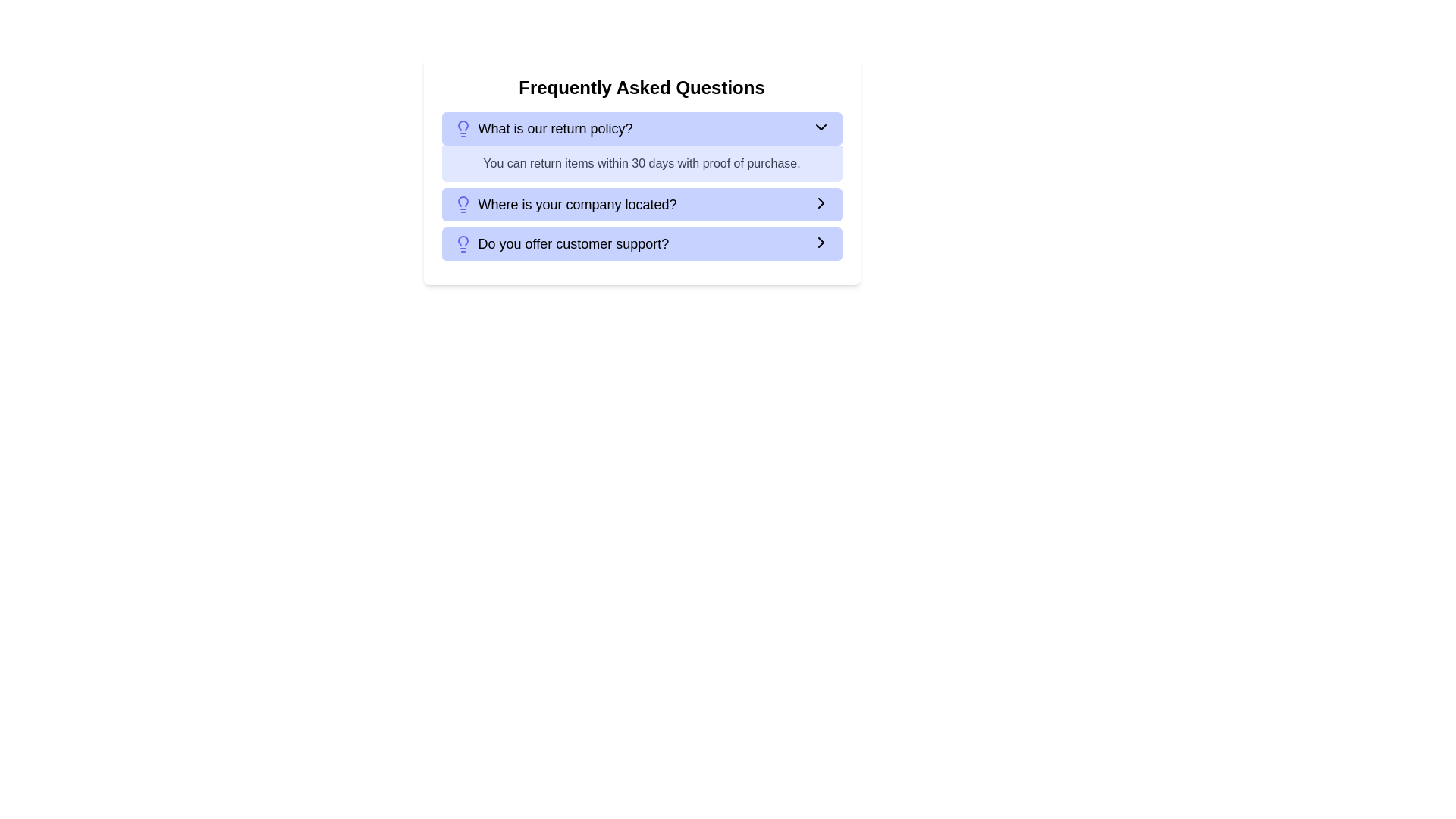  What do you see at coordinates (642, 164) in the screenshot?
I see `the static text element with the informational message 'You can return items within 30 days with proof of purchase.' which is styled with rounded edges and a light indigo background, located below the header 'What is our return policy?'` at bounding box center [642, 164].